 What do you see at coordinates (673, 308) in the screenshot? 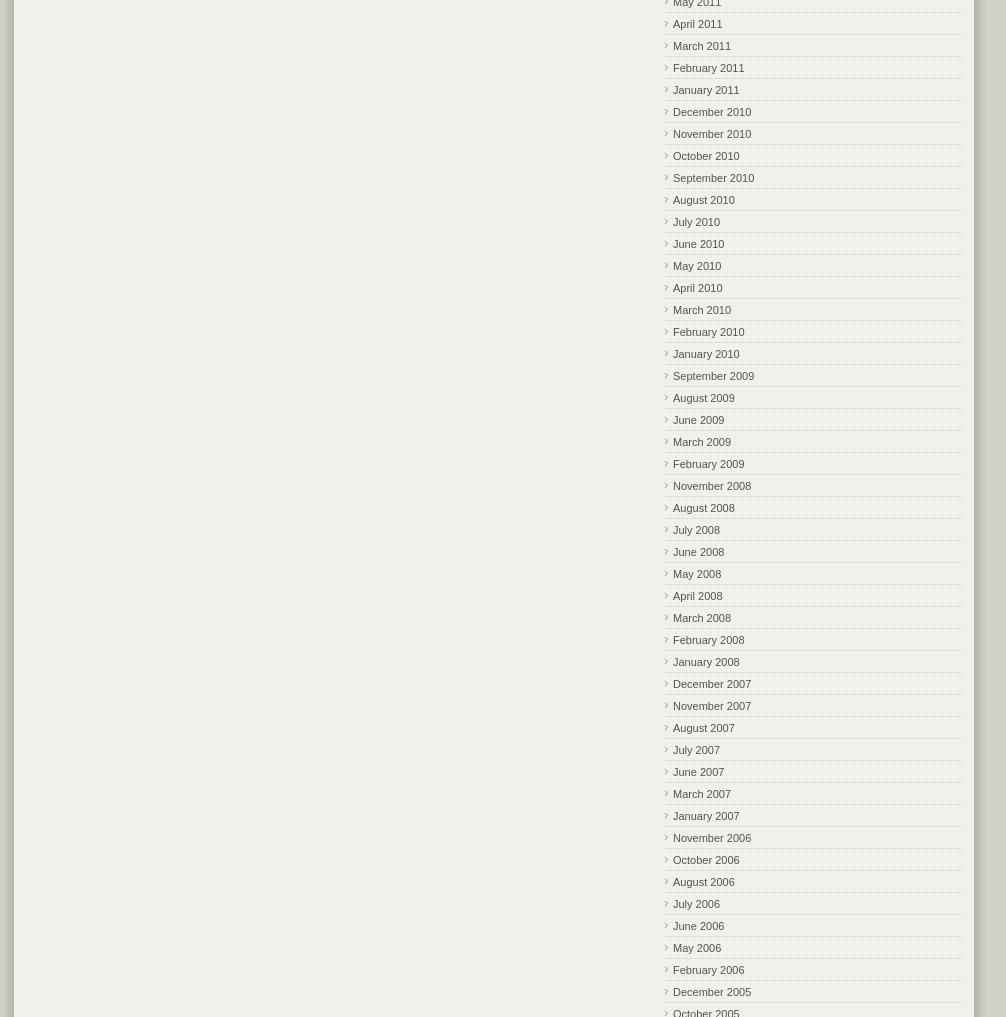
I see `'March 2010'` at bounding box center [673, 308].